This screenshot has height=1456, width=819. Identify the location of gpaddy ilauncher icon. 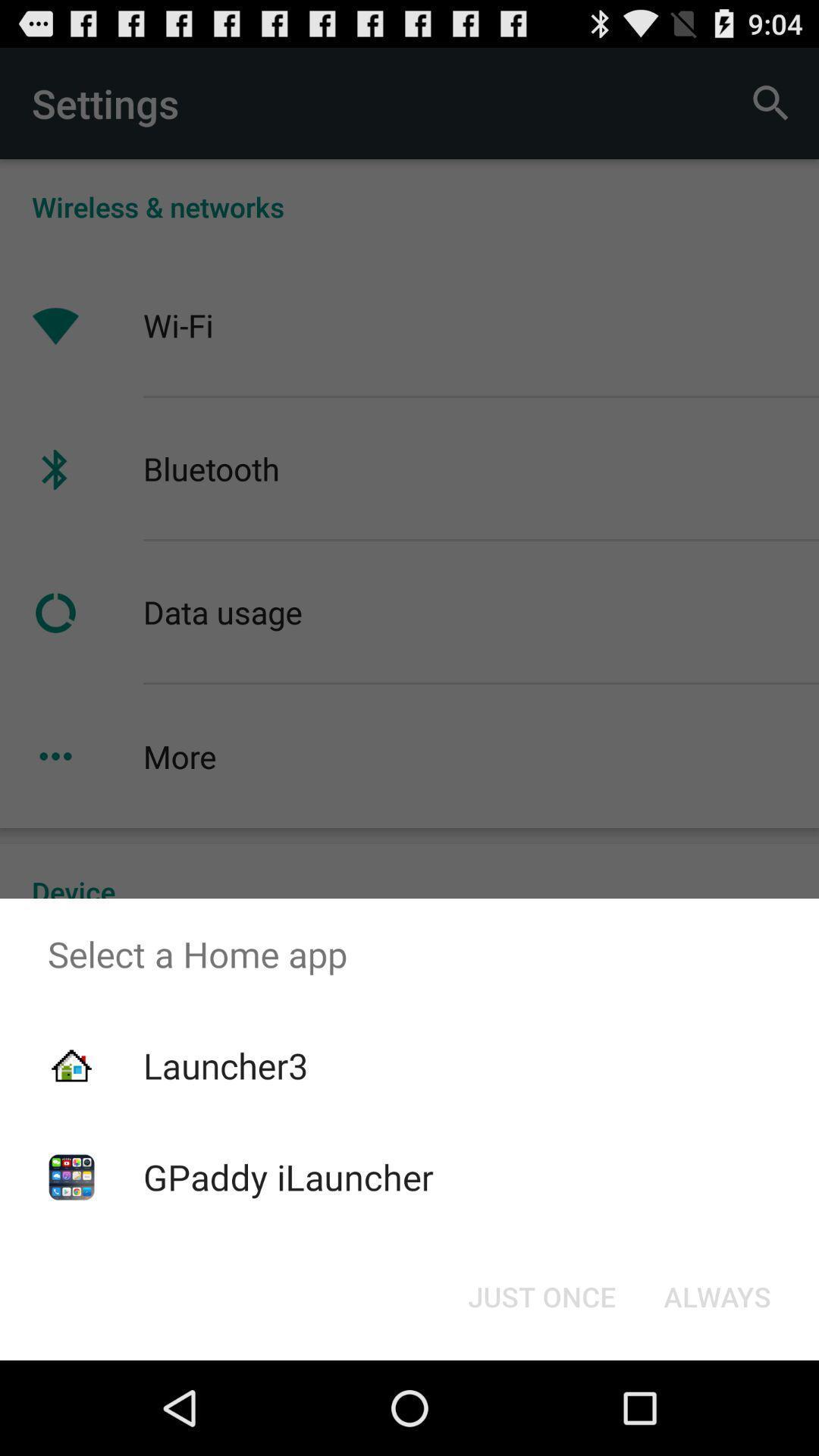
(288, 1176).